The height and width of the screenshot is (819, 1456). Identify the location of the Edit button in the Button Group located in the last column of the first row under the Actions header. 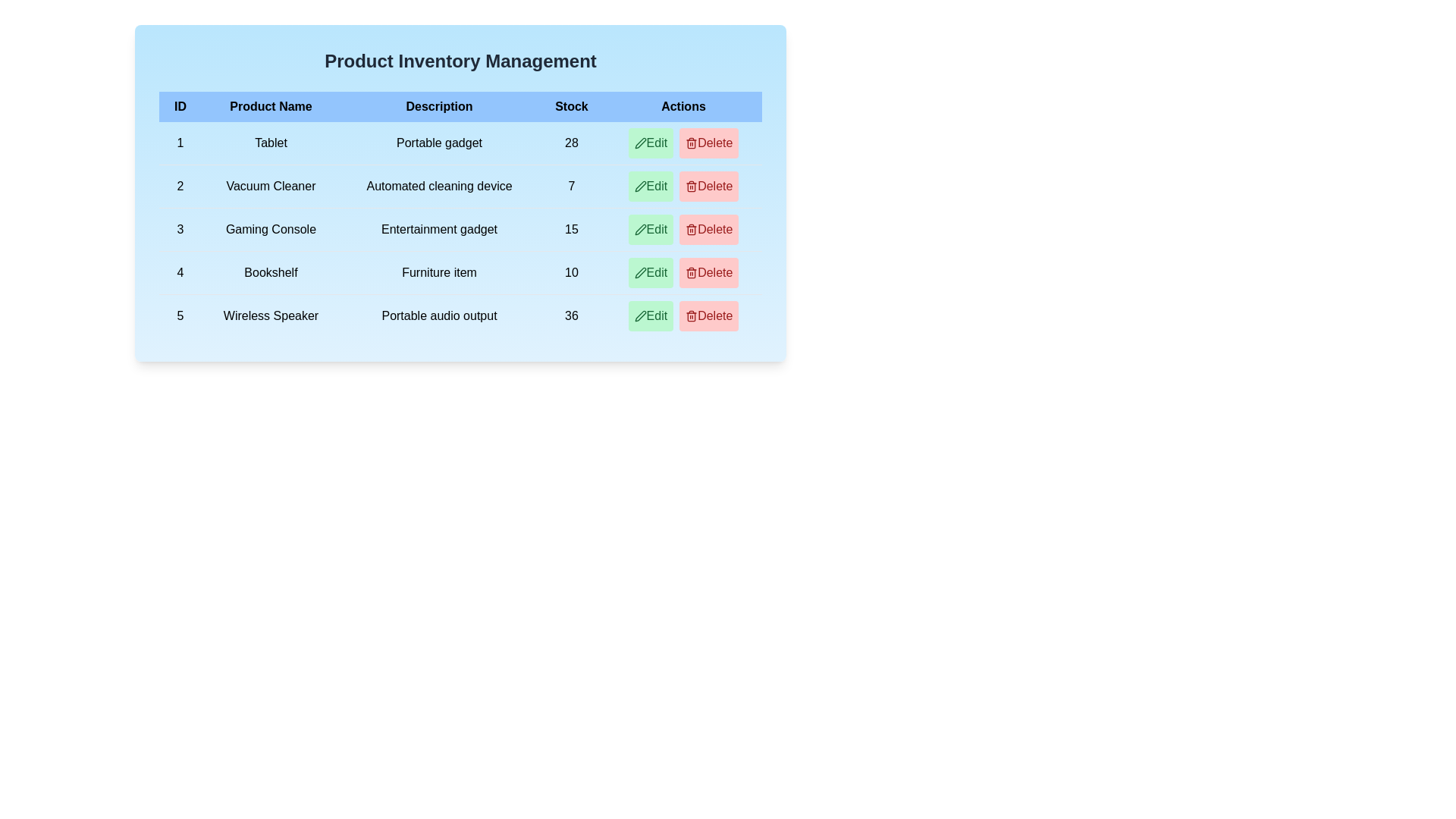
(682, 143).